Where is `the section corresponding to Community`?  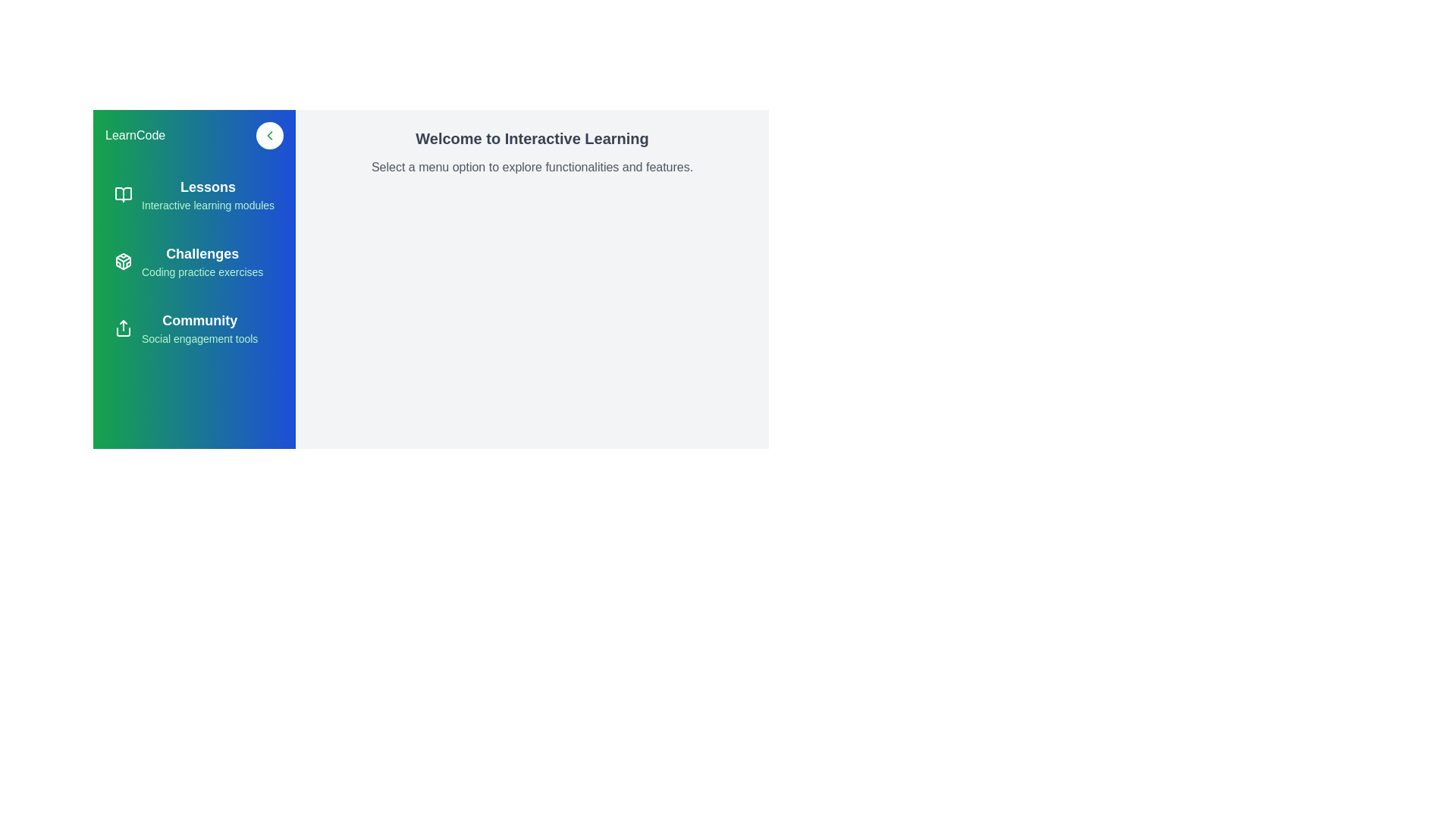
the section corresponding to Community is located at coordinates (193, 327).